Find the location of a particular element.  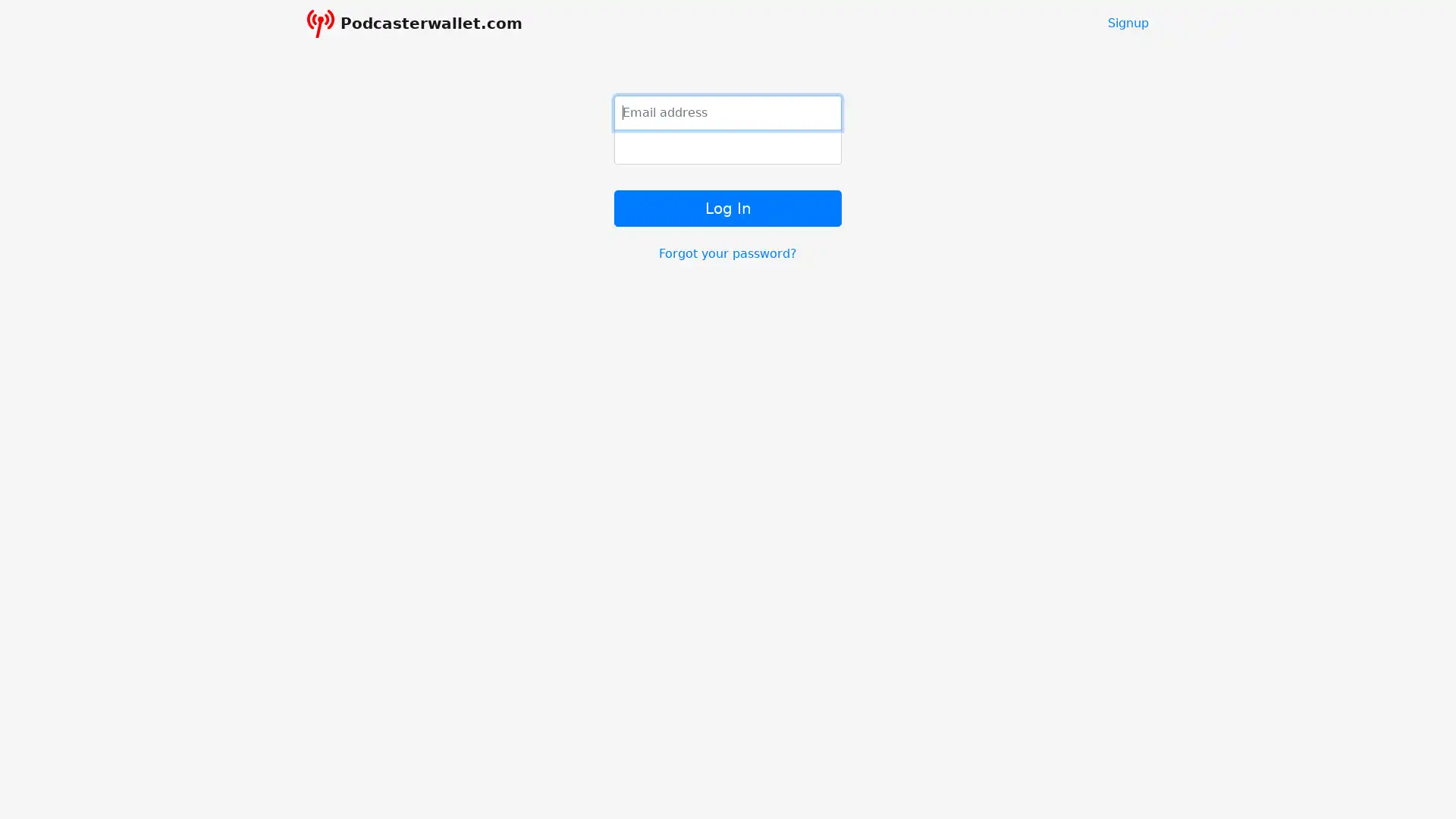

Log In is located at coordinates (728, 207).